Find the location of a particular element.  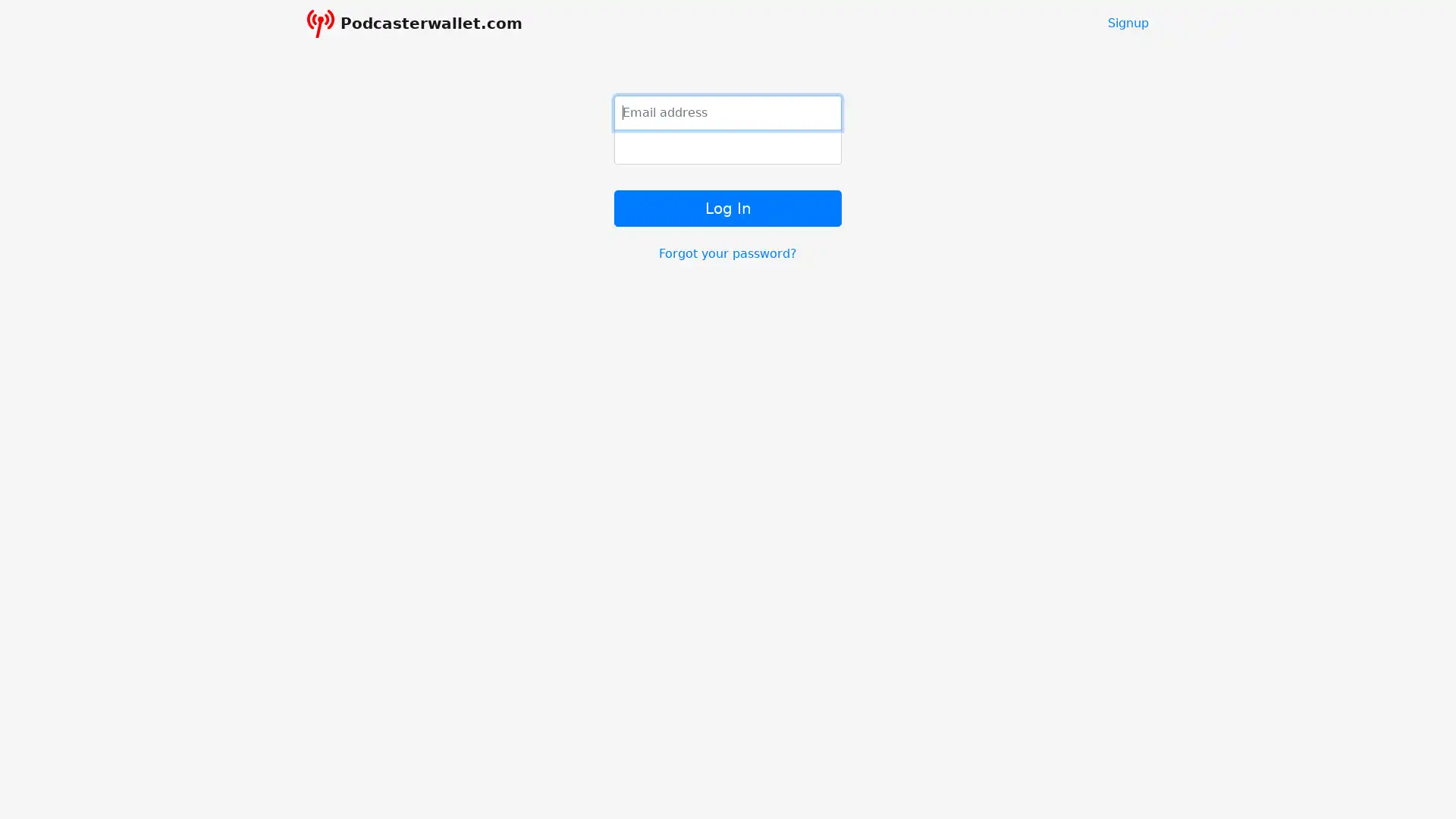

Log In is located at coordinates (728, 207).